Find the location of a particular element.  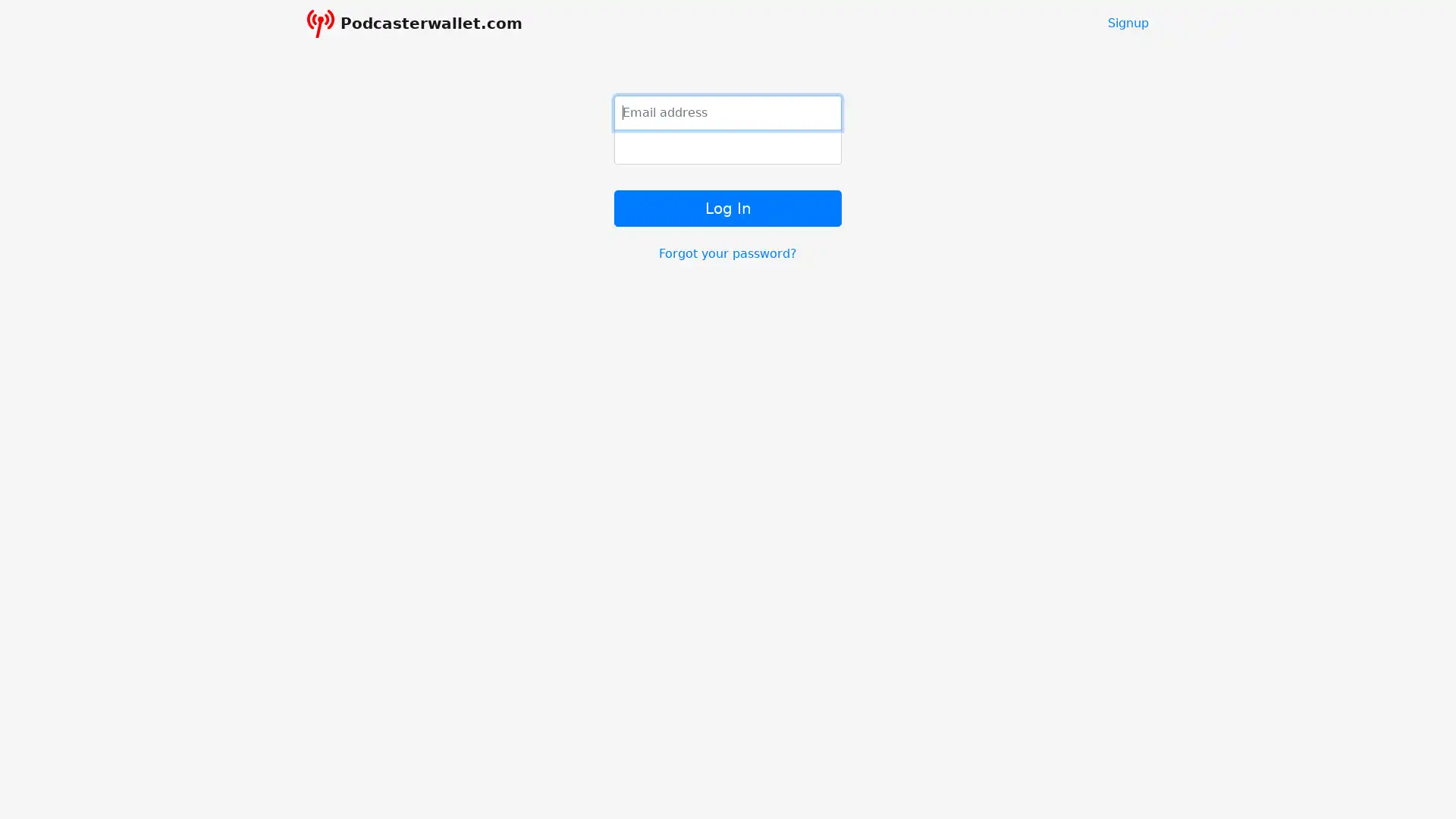

Log In is located at coordinates (728, 207).